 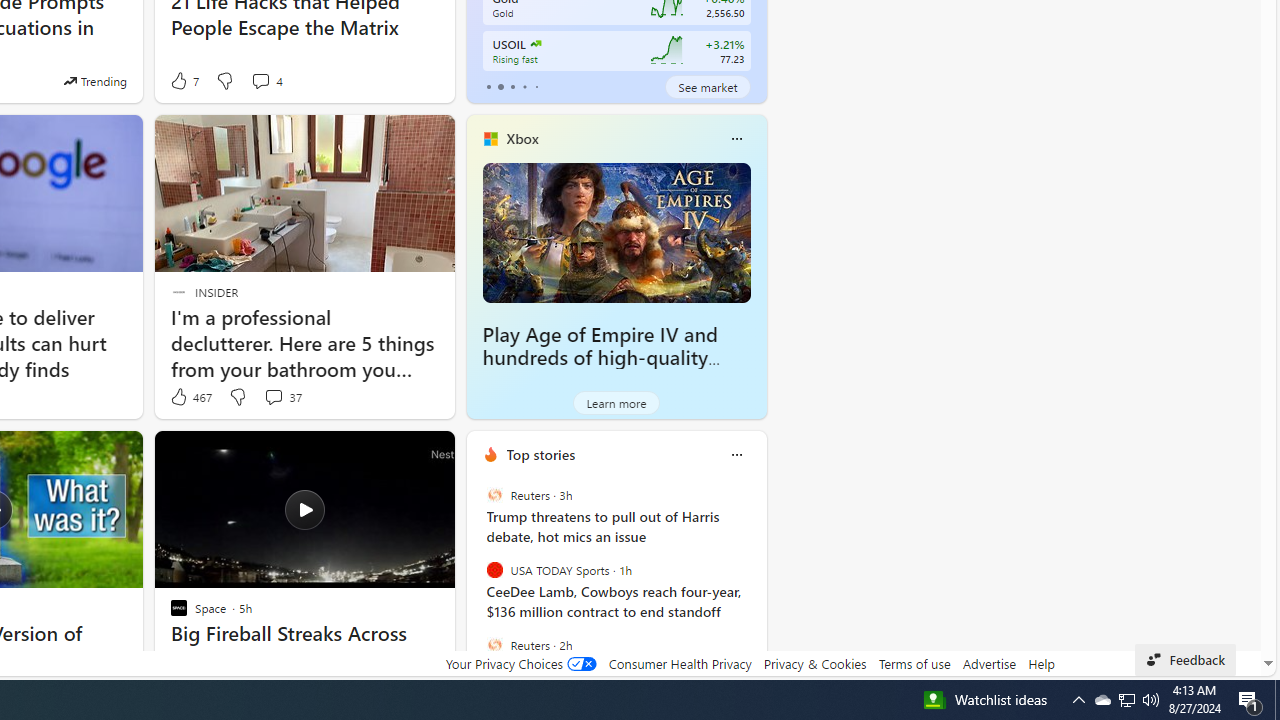 What do you see at coordinates (524, 86) in the screenshot?
I see `'tab-3'` at bounding box center [524, 86].